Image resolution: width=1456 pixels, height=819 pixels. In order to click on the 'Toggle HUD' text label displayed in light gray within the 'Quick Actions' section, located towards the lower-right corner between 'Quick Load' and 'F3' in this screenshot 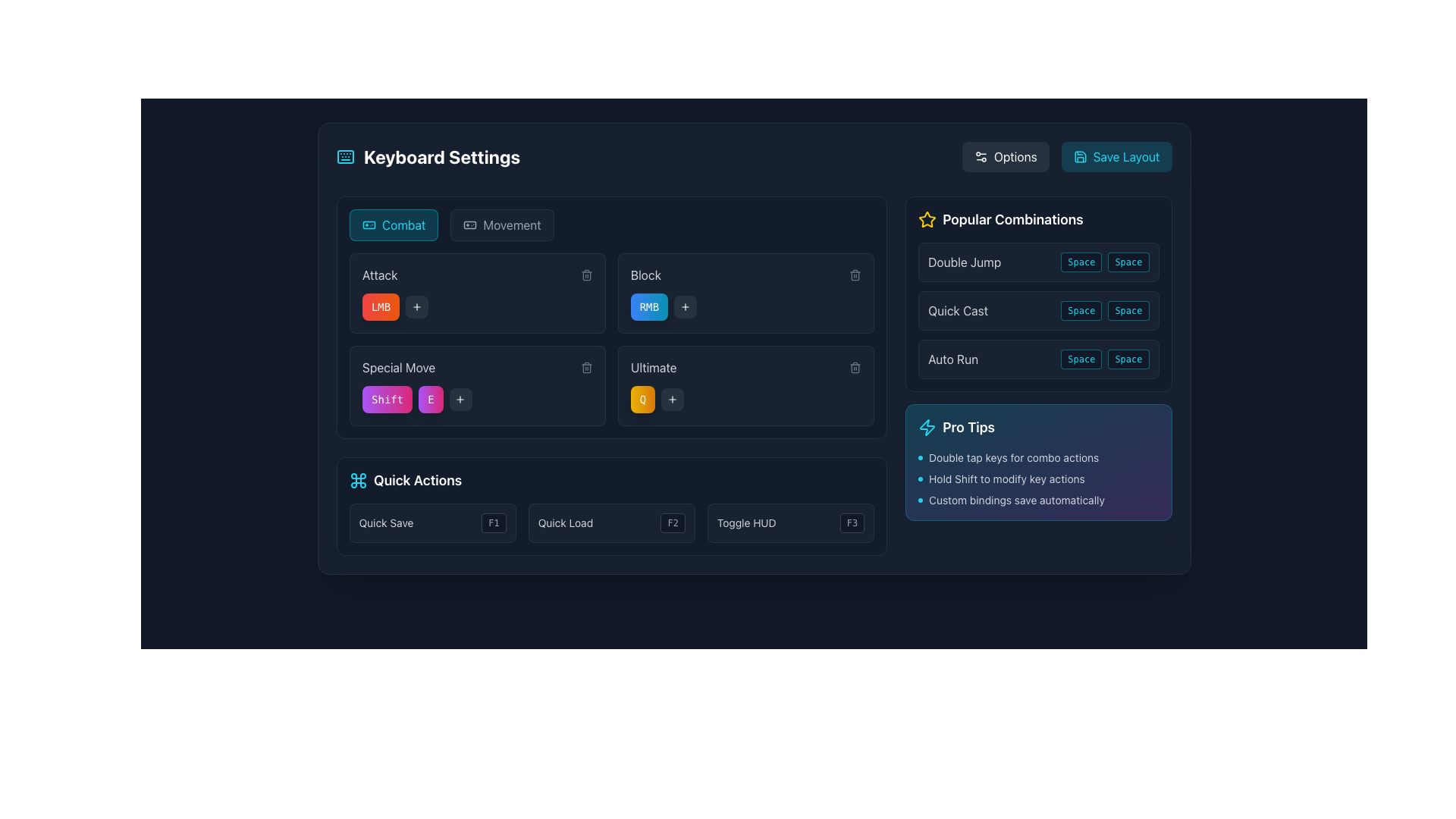, I will do `click(746, 522)`.